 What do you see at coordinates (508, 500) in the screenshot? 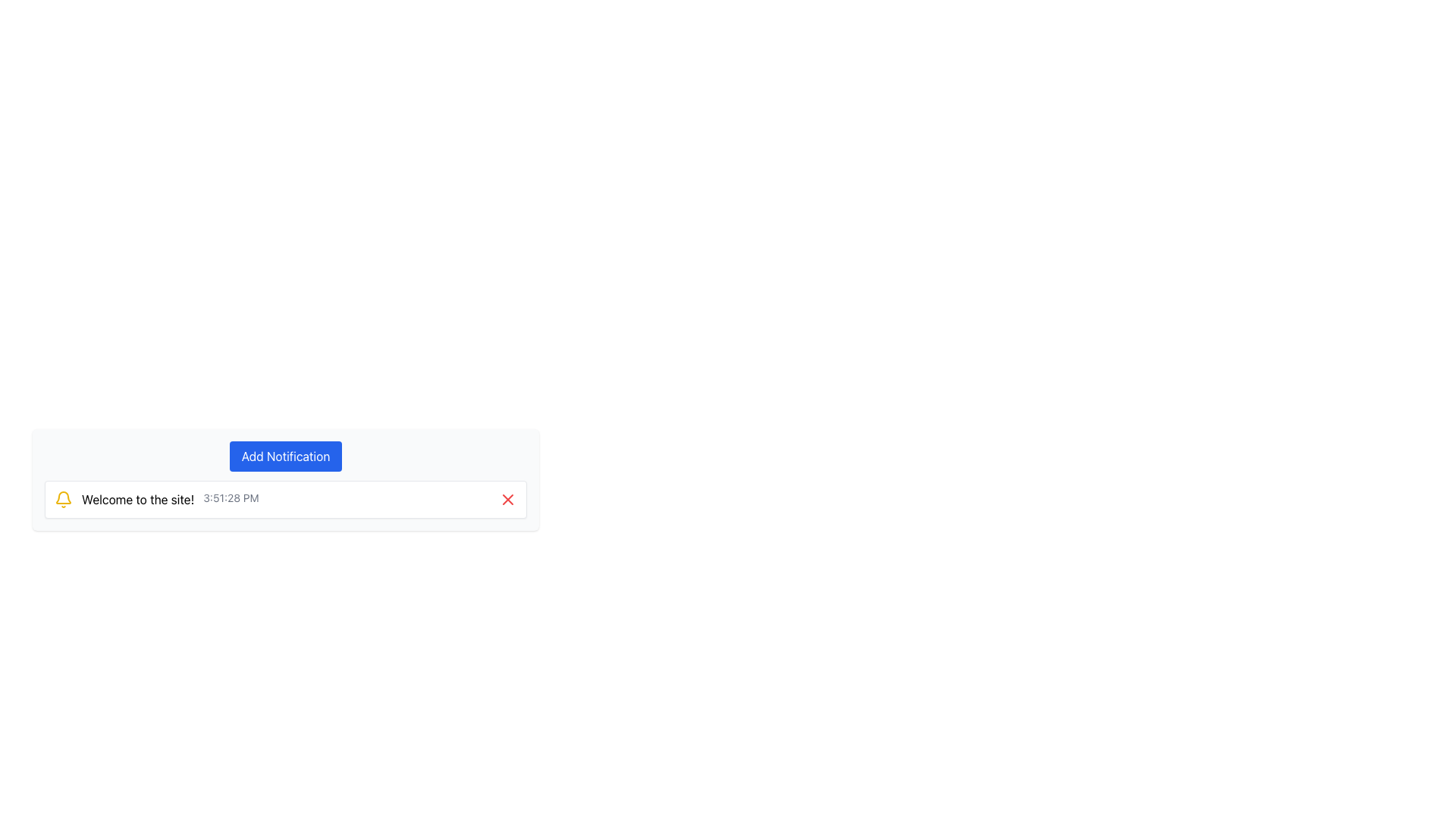
I see `the red 'X' icon located on the right side of the notification message` at bounding box center [508, 500].